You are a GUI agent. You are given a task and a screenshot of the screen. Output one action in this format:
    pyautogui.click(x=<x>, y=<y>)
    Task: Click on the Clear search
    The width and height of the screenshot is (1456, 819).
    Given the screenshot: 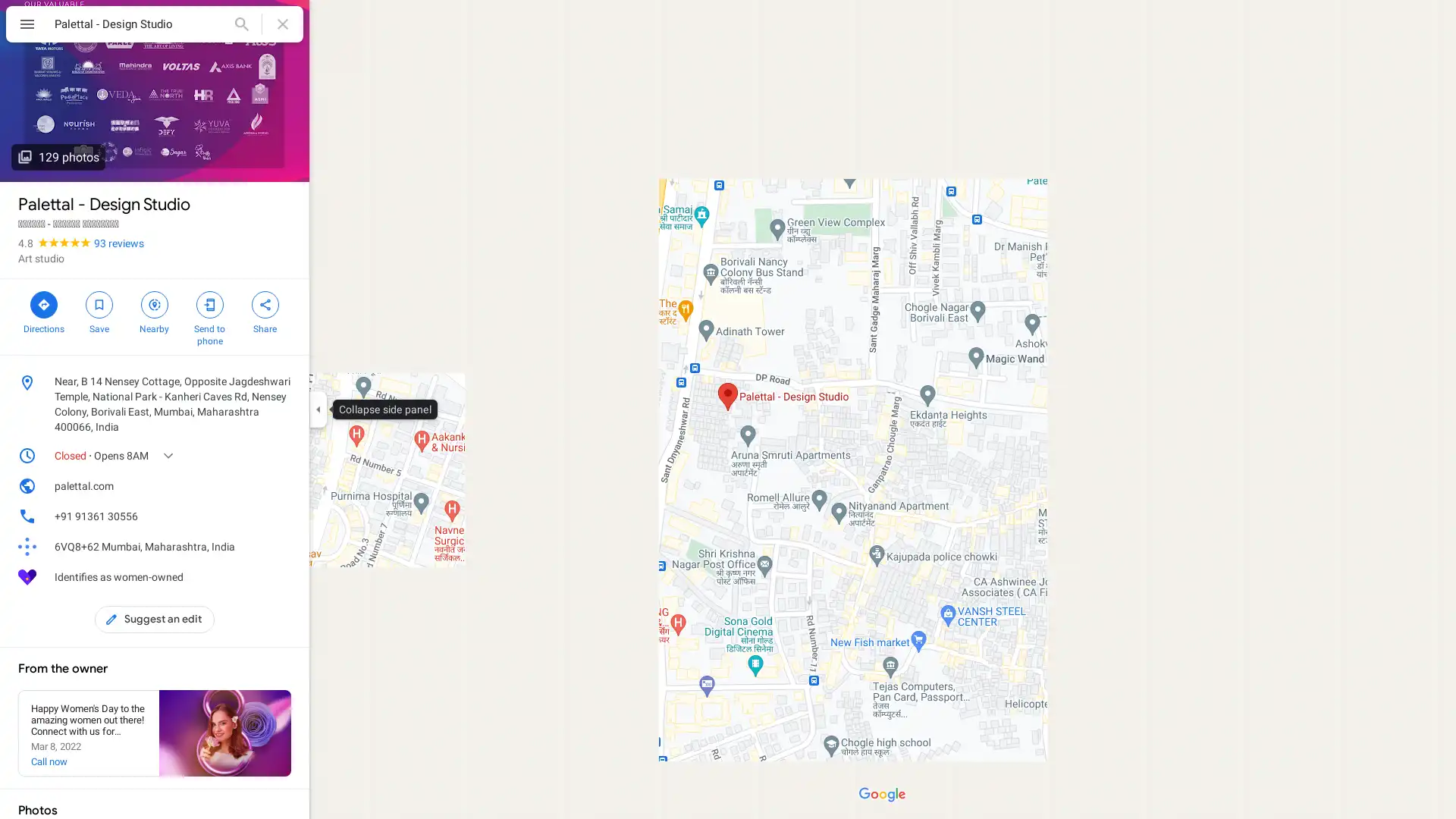 What is the action you would take?
    pyautogui.click(x=283, y=24)
    